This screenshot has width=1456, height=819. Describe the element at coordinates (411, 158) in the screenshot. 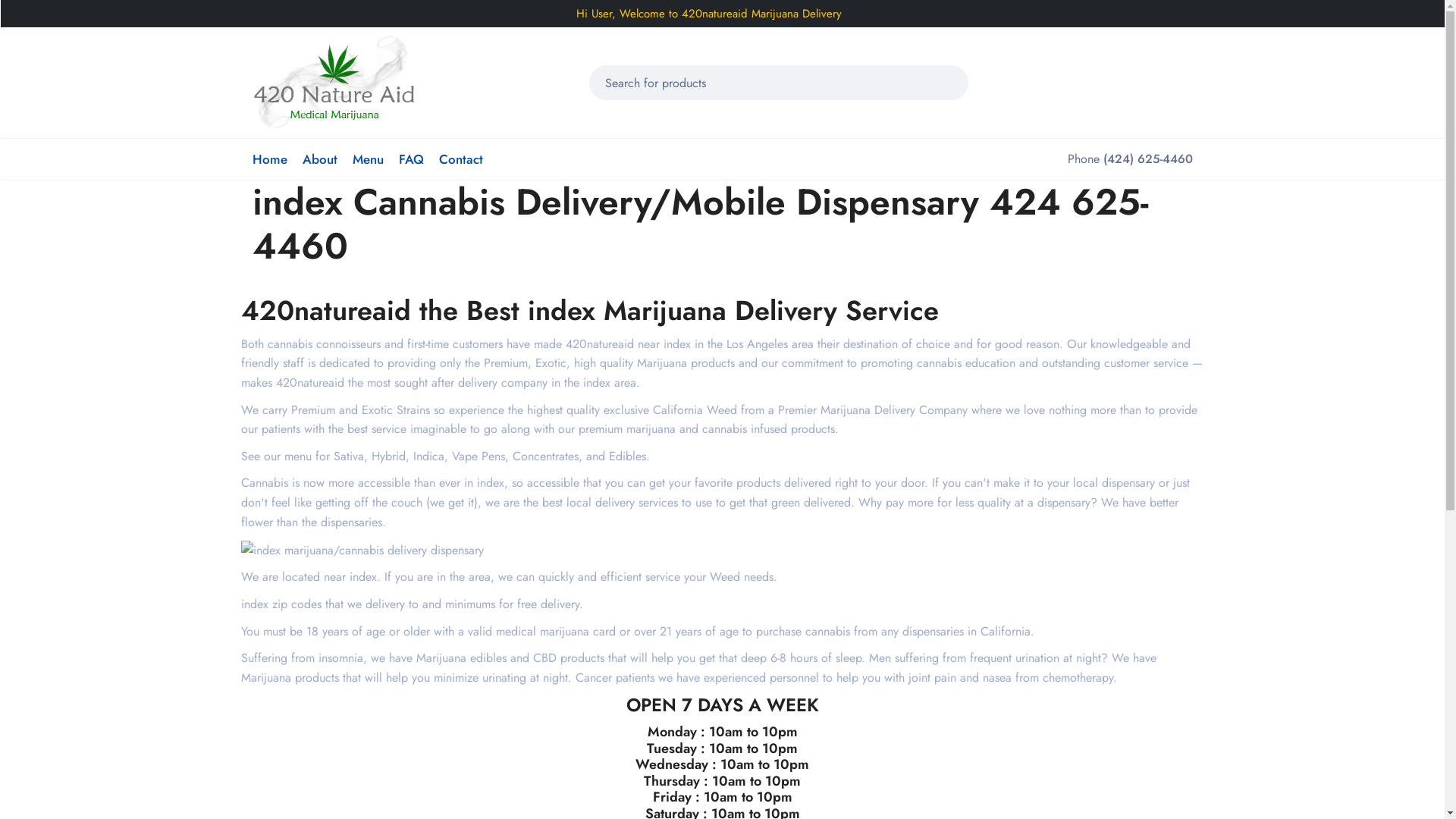

I see `'FAQ'` at that location.